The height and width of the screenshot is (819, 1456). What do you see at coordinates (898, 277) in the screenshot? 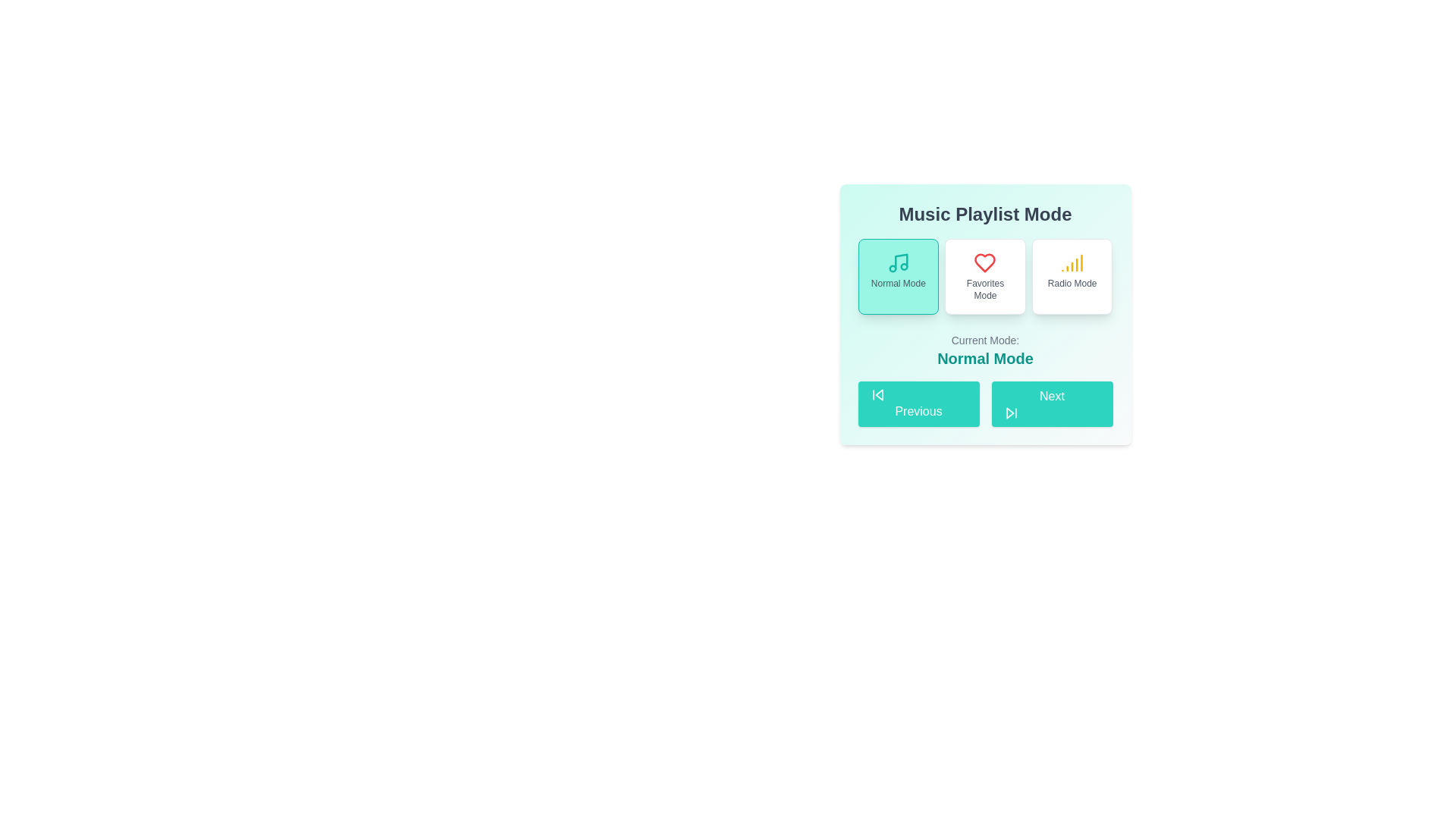
I see `the button corresponding to the playlist mode 'Normal Mode'` at bounding box center [898, 277].